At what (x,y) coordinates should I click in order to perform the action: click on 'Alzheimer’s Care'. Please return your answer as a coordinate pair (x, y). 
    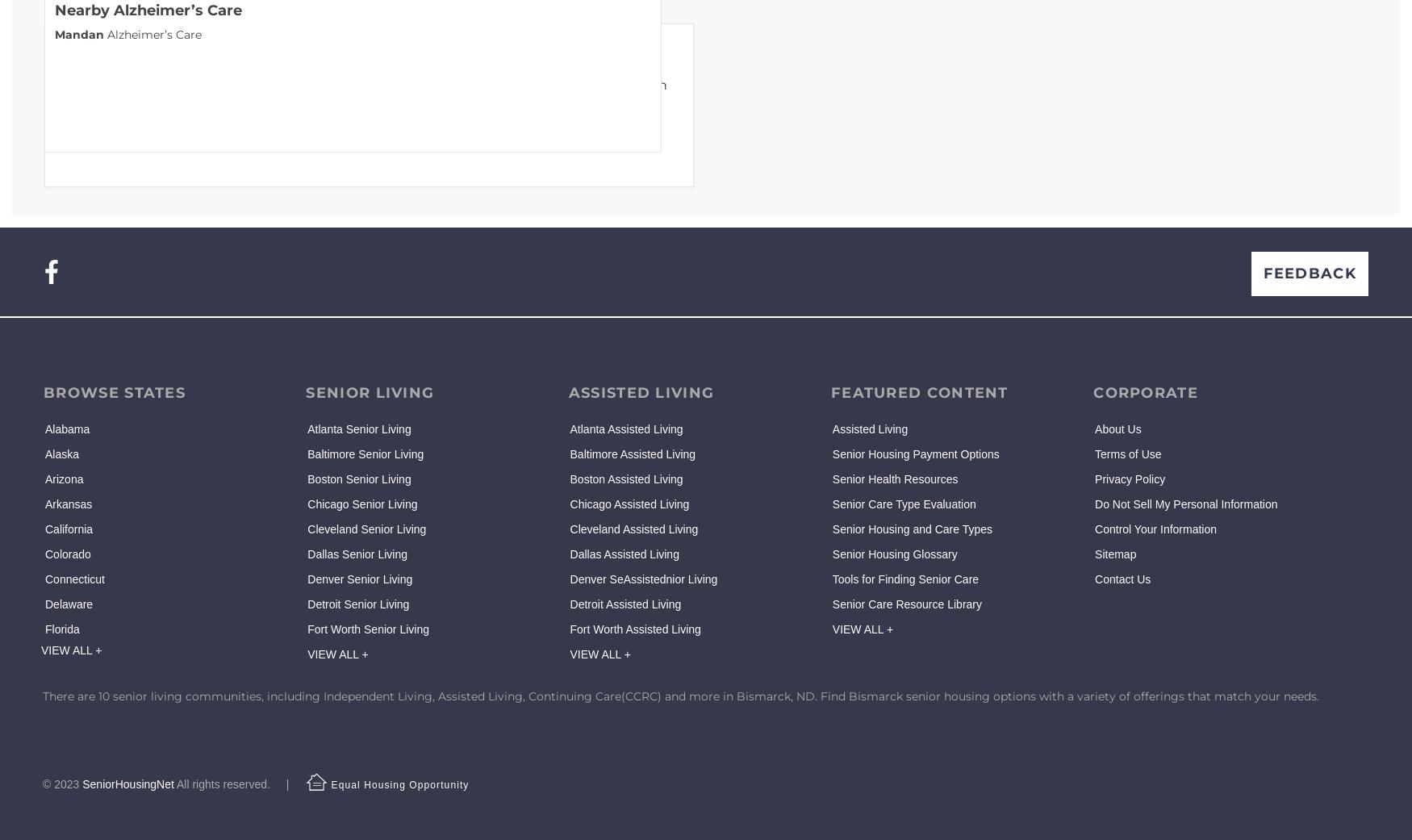
    Looking at the image, I should click on (102, 33).